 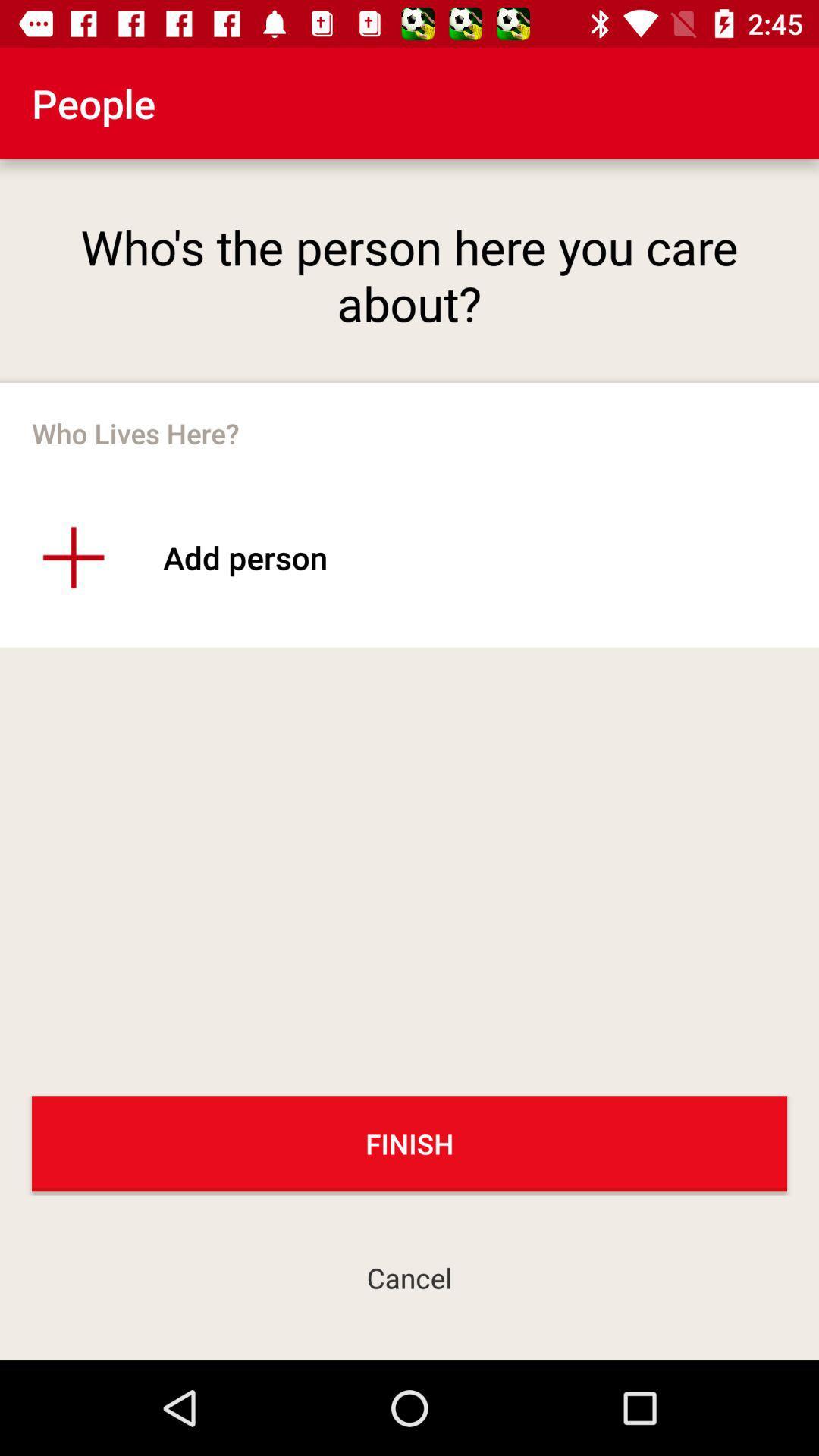 I want to click on cancel icon, so click(x=409, y=1277).